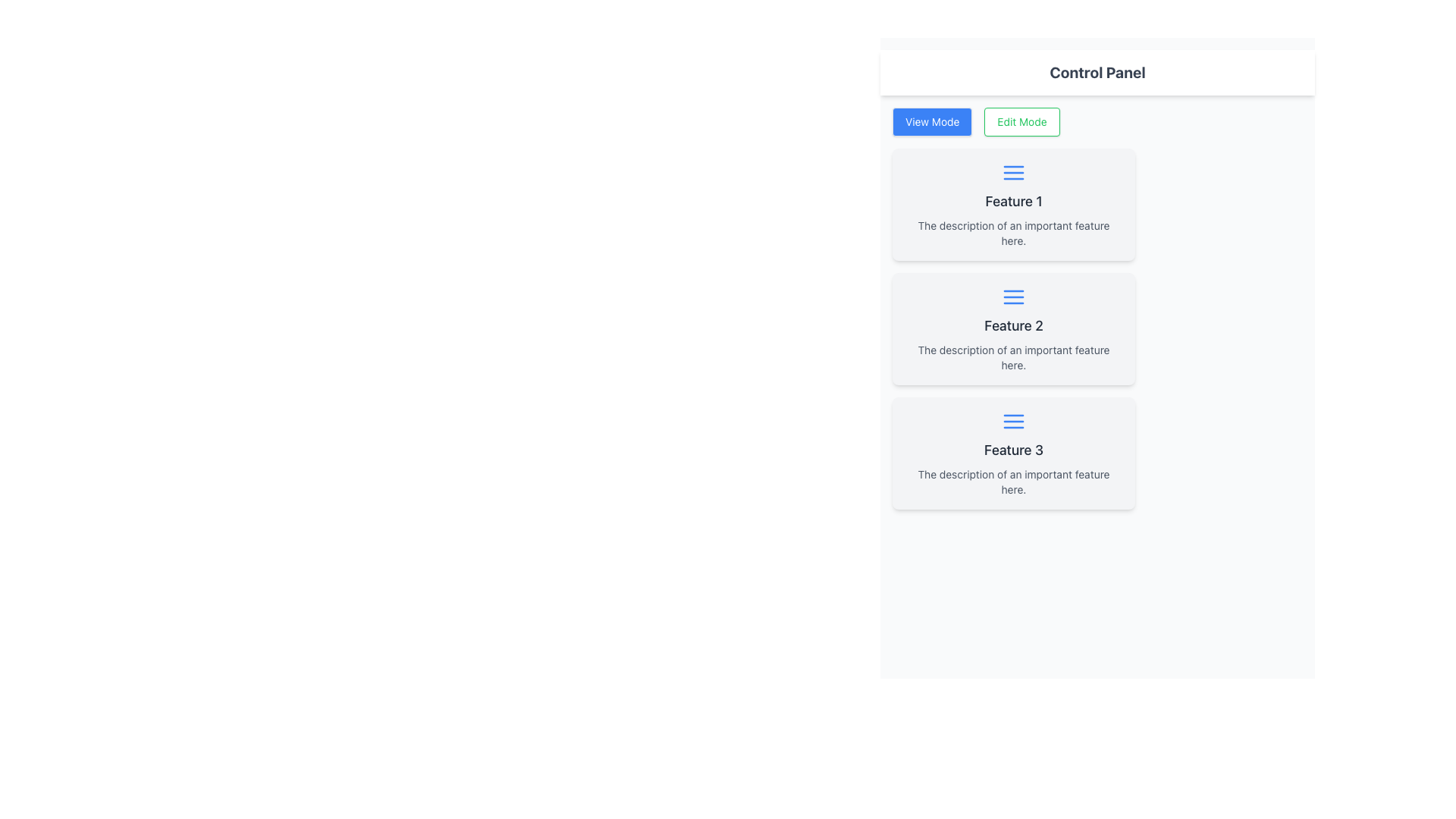 Image resolution: width=1456 pixels, height=819 pixels. What do you see at coordinates (1097, 73) in the screenshot?
I see `the 'Control Panel' header text, which is displayed in bold, extra-large gray font at the top-center of the user interface` at bounding box center [1097, 73].